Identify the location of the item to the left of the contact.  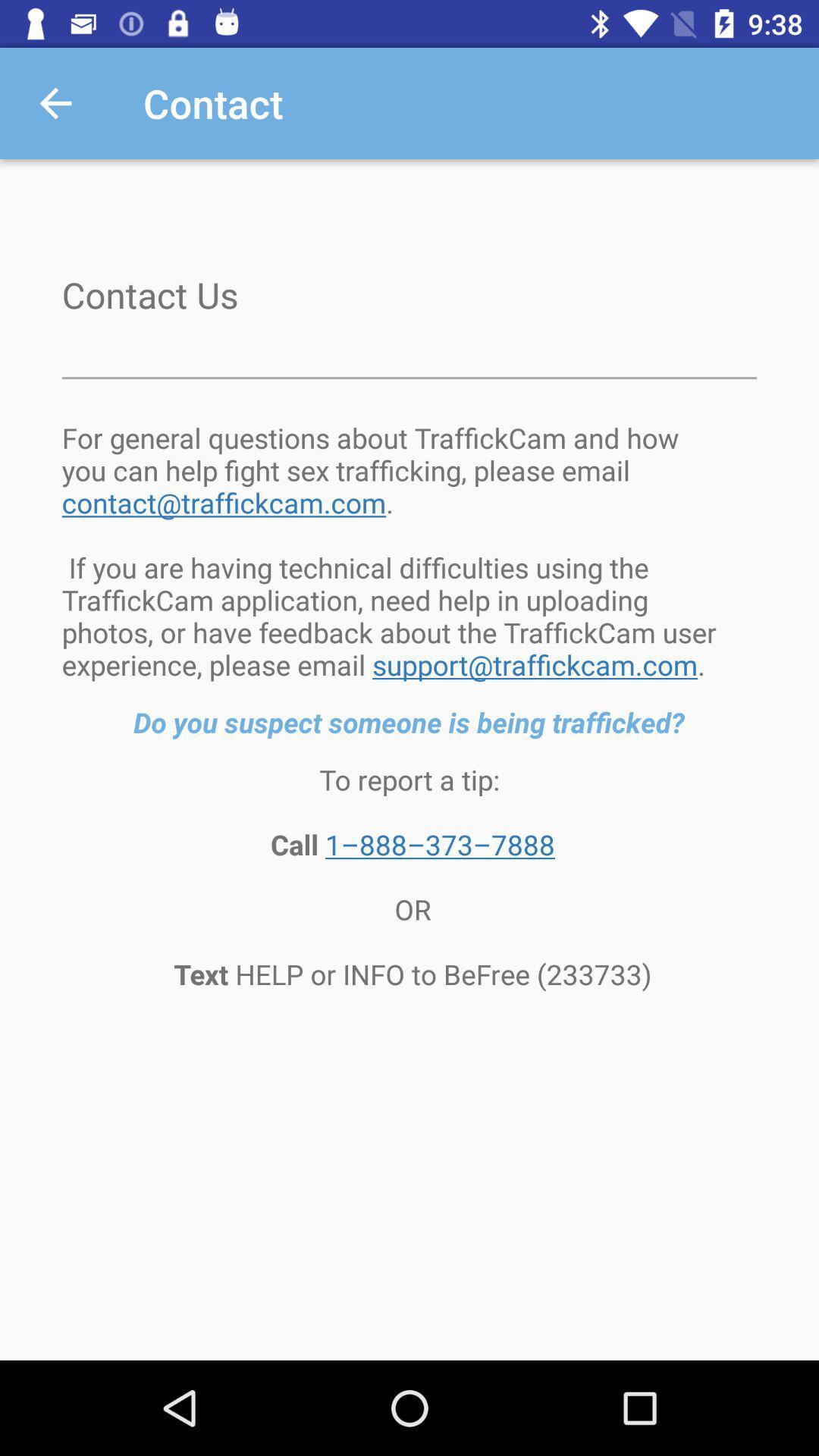
(55, 102).